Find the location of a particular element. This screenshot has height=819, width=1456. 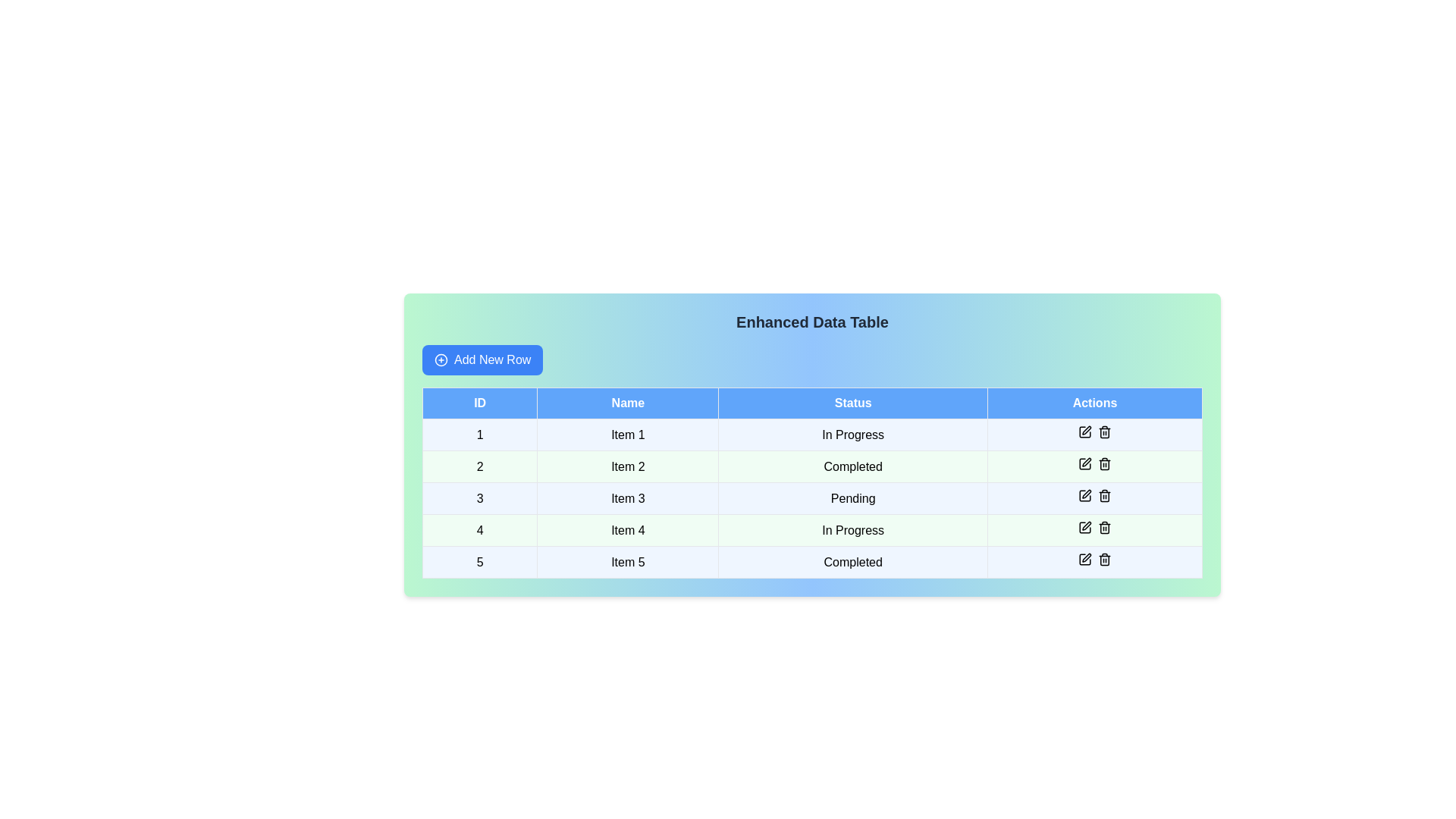

the fourth row in the 'Enhanced Data Table' which displays ID: 4, Name: Item 4, and Status: In Progress is located at coordinates (811, 529).